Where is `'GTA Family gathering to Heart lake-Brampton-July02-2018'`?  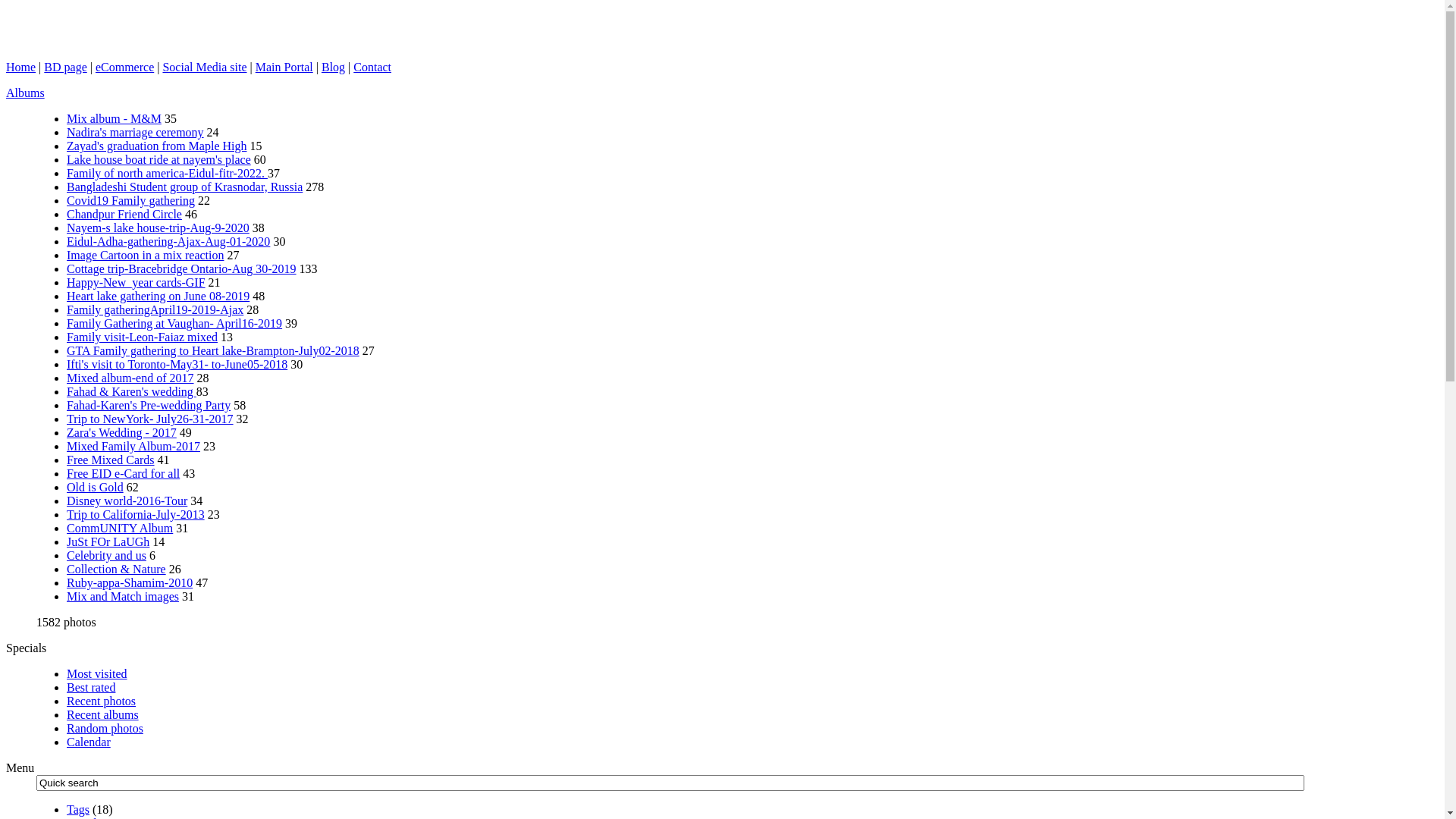
'GTA Family gathering to Heart lake-Brampton-July02-2018' is located at coordinates (212, 350).